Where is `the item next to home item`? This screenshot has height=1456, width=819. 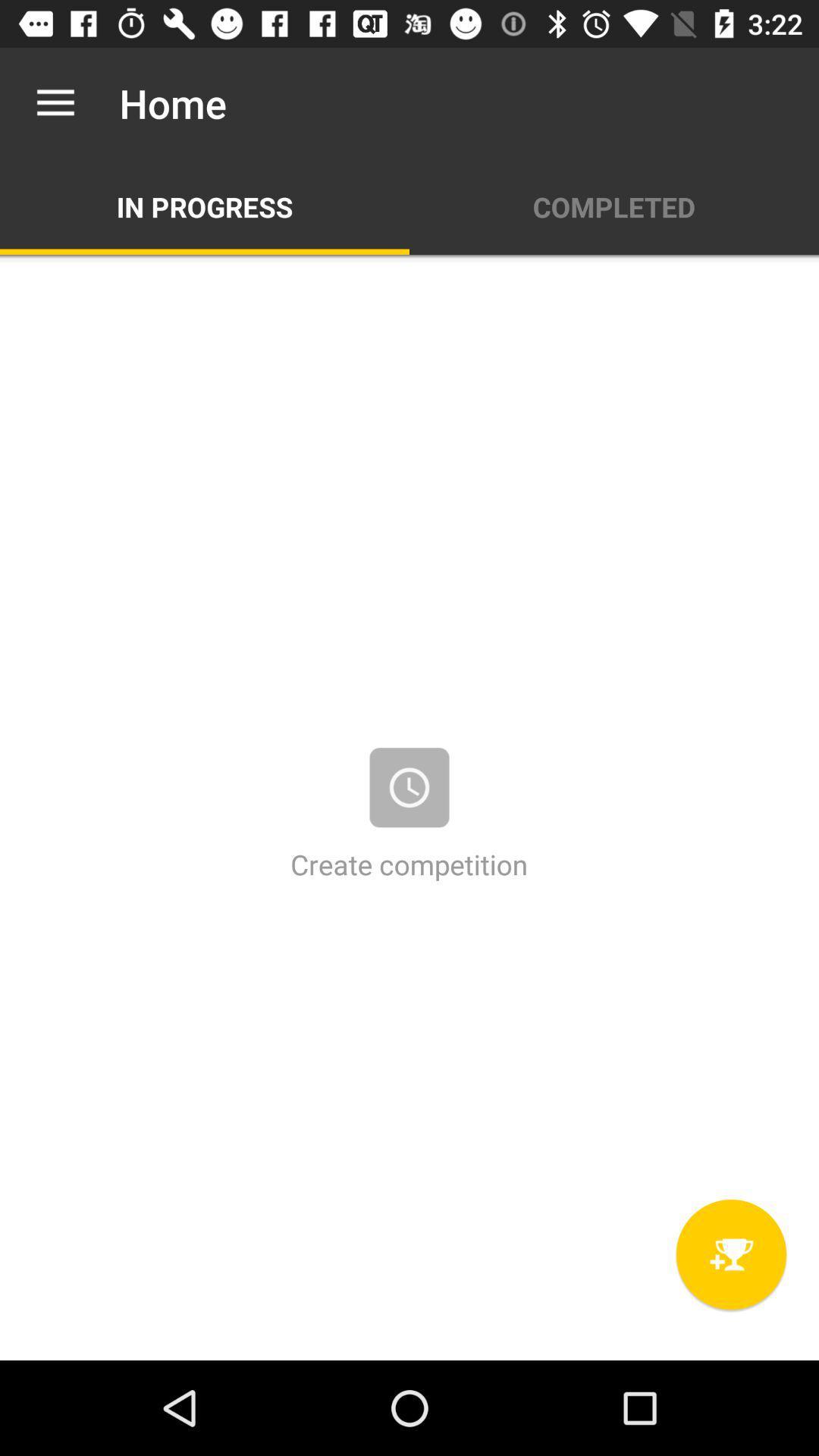 the item next to home item is located at coordinates (55, 102).